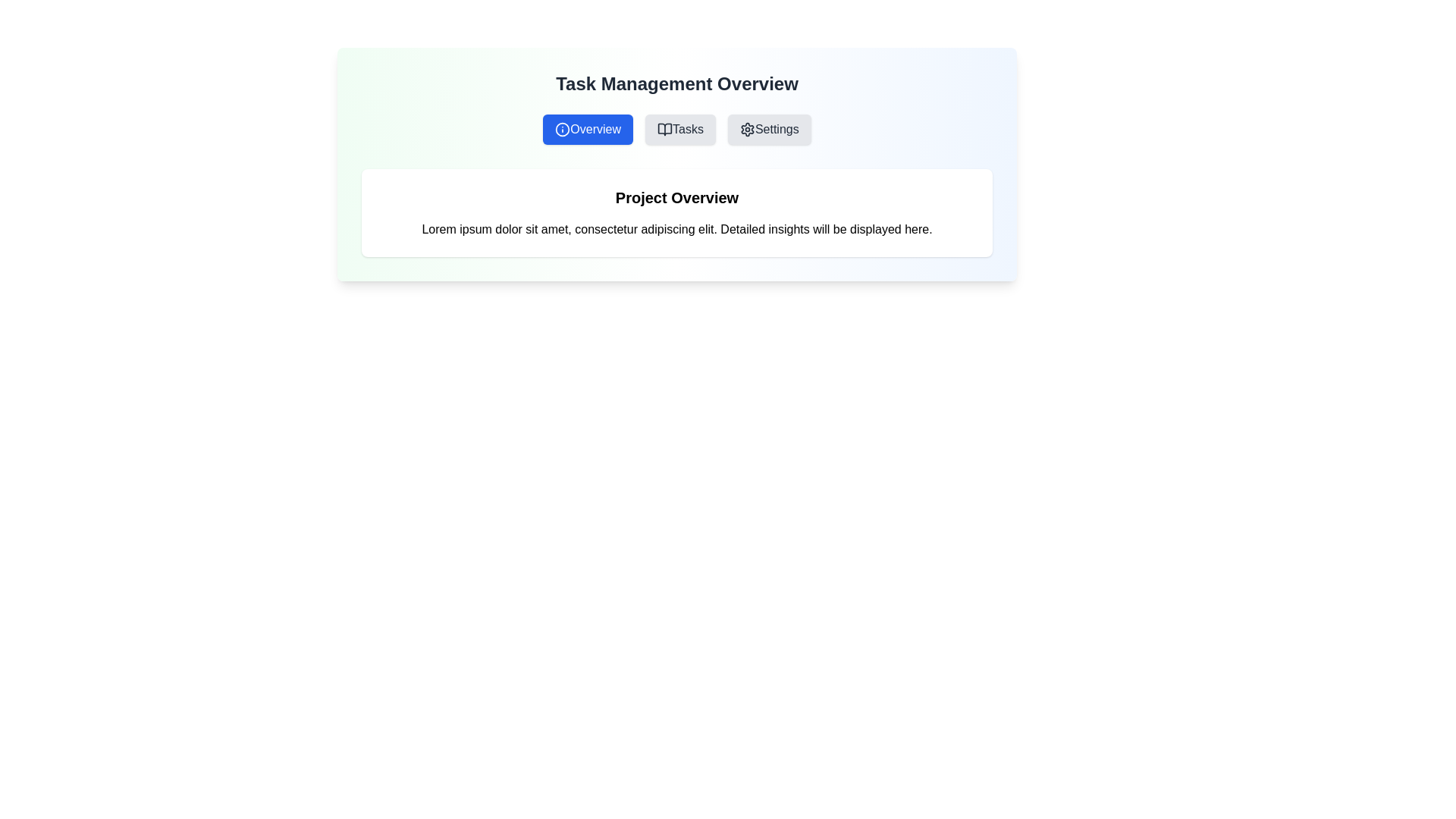 This screenshot has width=1456, height=819. Describe the element at coordinates (676, 128) in the screenshot. I see `the 'Tasks' button on the horizontal navigation bar located below the title 'Task Management Overview'` at that location.